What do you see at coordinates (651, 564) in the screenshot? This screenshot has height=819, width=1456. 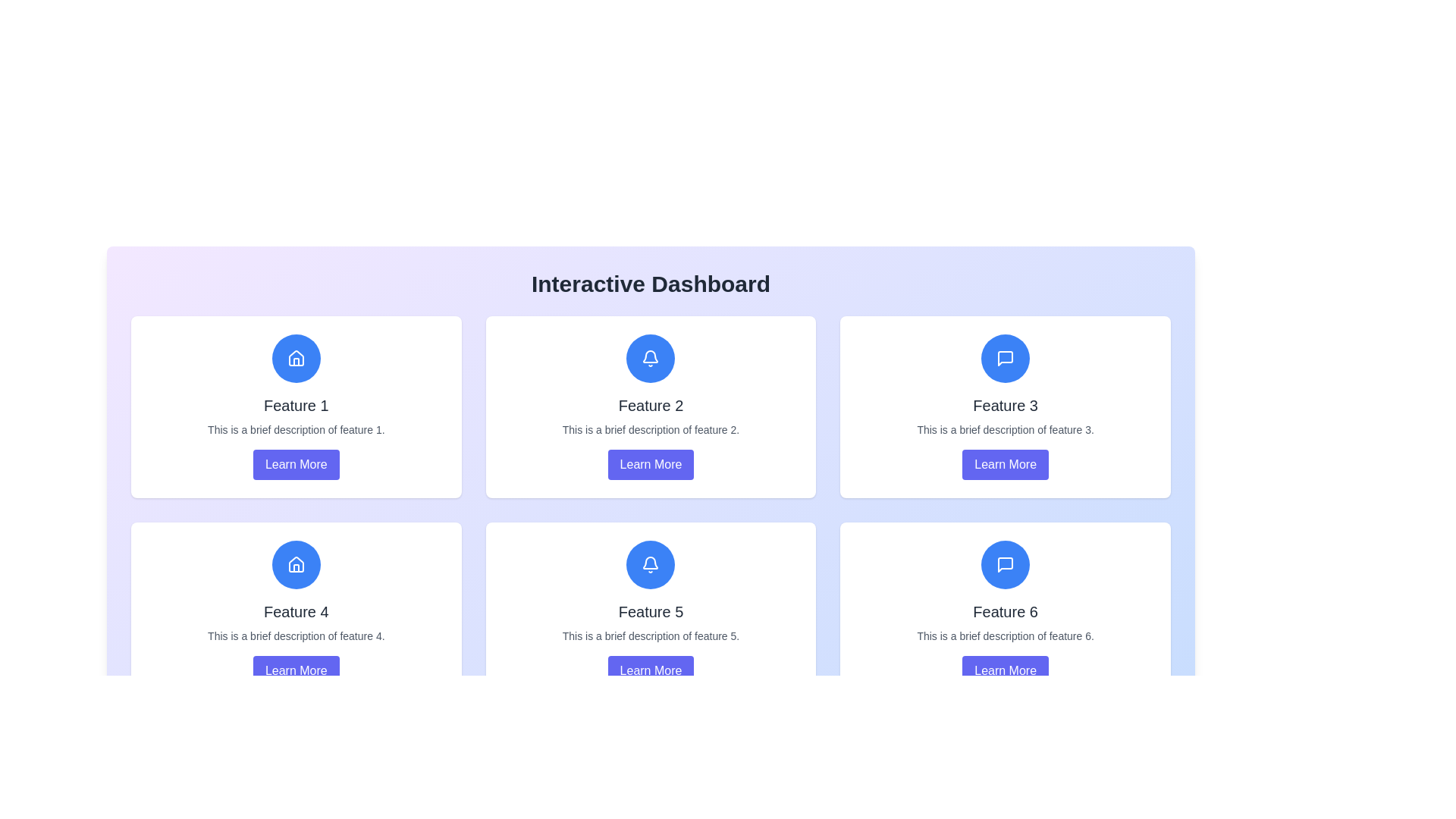 I see `the circular blue icon with a white bell symbol located at the top of the 'Feature 5' card, above the text 'Feature 5'` at bounding box center [651, 564].